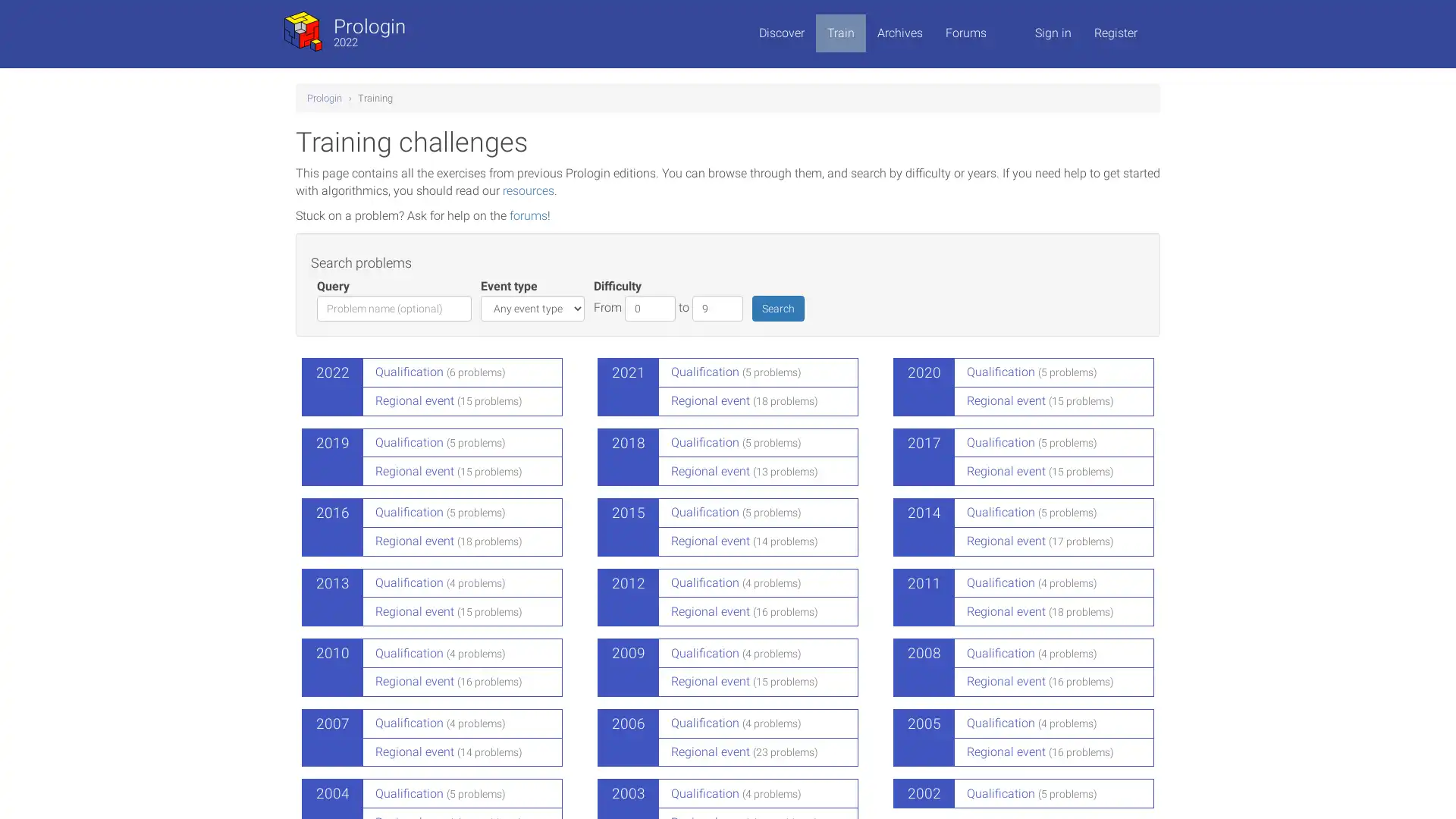 This screenshot has height=819, width=1456. What do you see at coordinates (778, 307) in the screenshot?
I see `Search` at bounding box center [778, 307].